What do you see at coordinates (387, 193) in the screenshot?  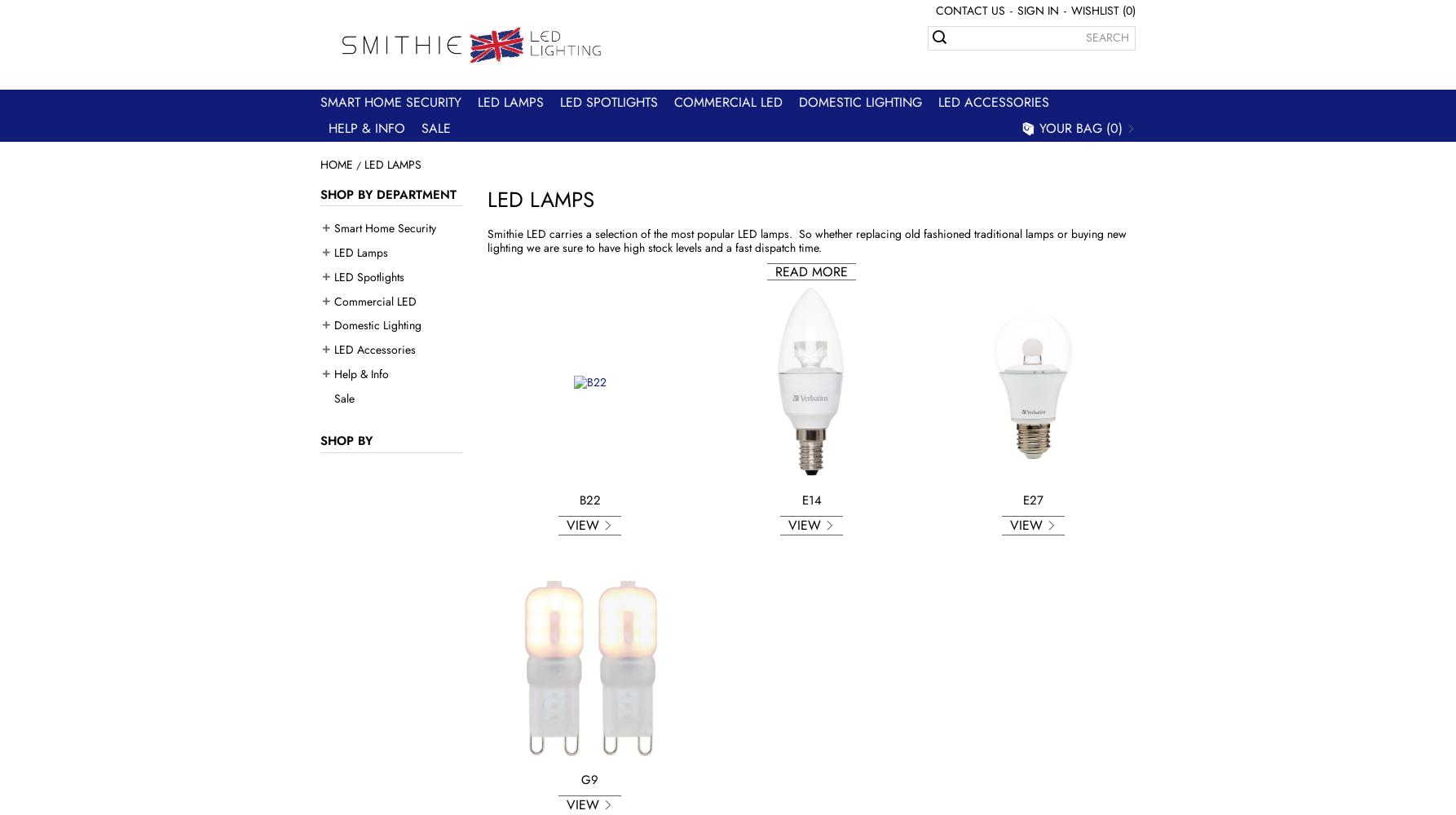 I see `'Shop by department'` at bounding box center [387, 193].